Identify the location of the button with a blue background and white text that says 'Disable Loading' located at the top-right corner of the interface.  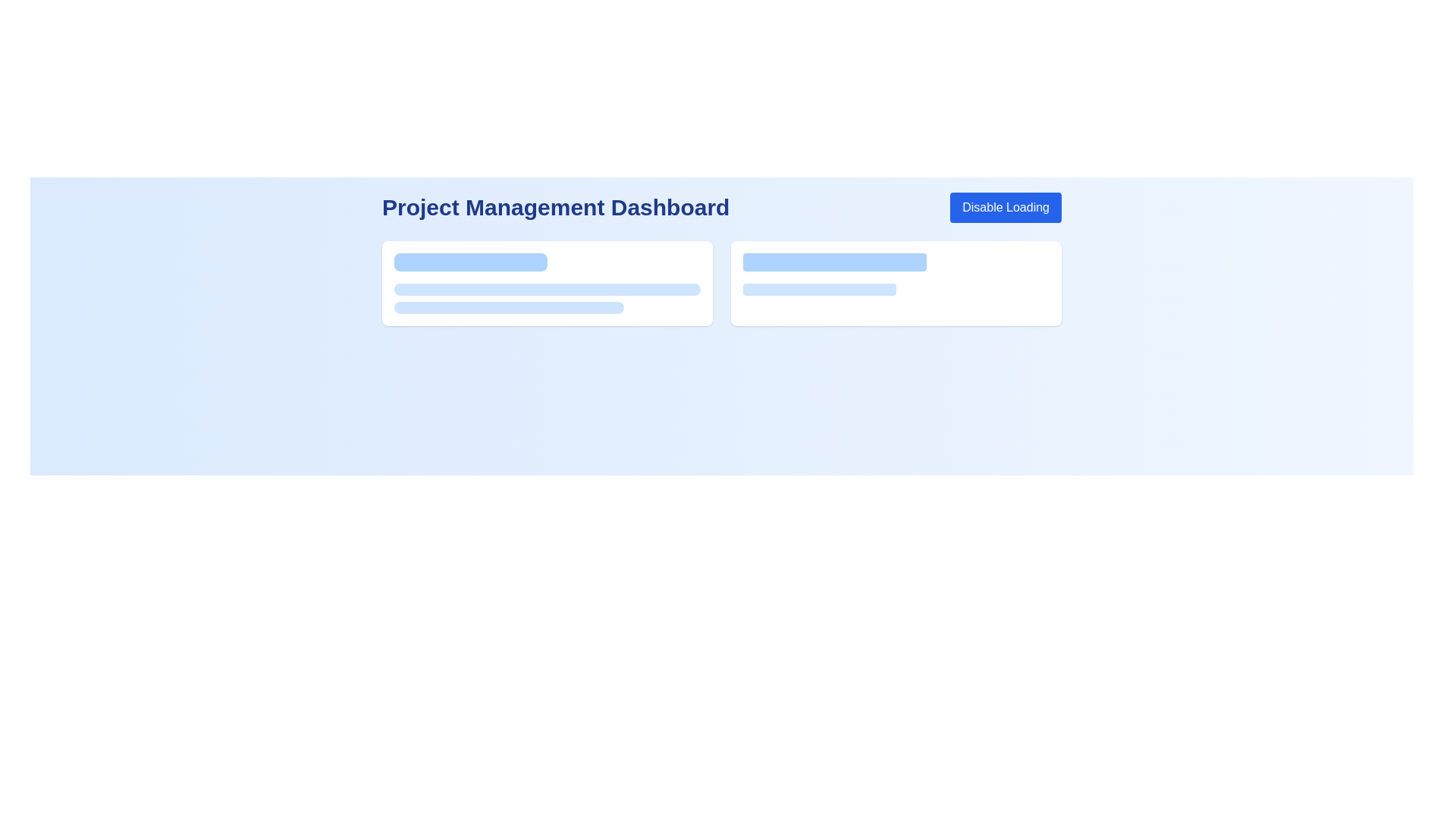
(1006, 207).